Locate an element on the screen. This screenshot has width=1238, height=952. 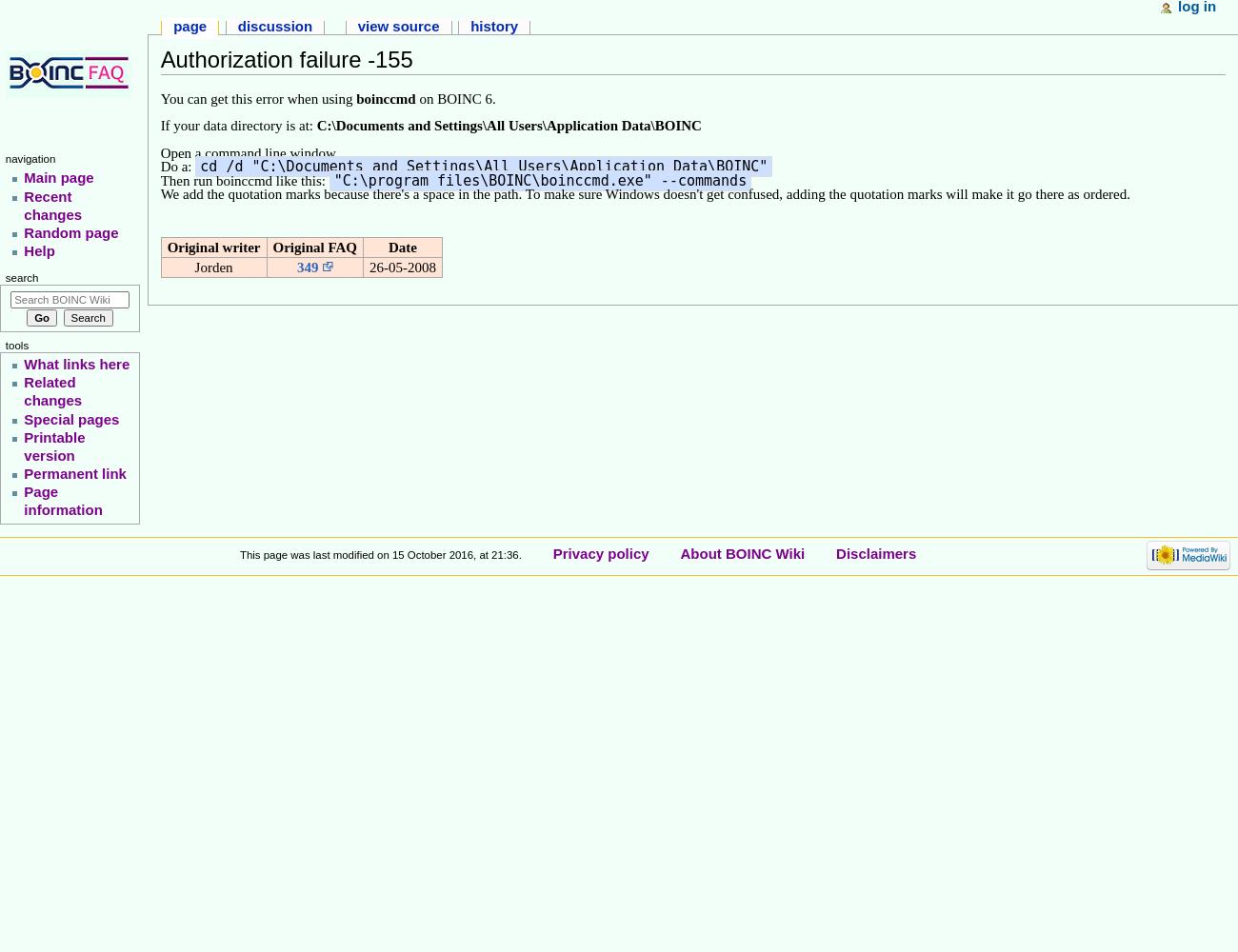
'Main page' is located at coordinates (22, 177).